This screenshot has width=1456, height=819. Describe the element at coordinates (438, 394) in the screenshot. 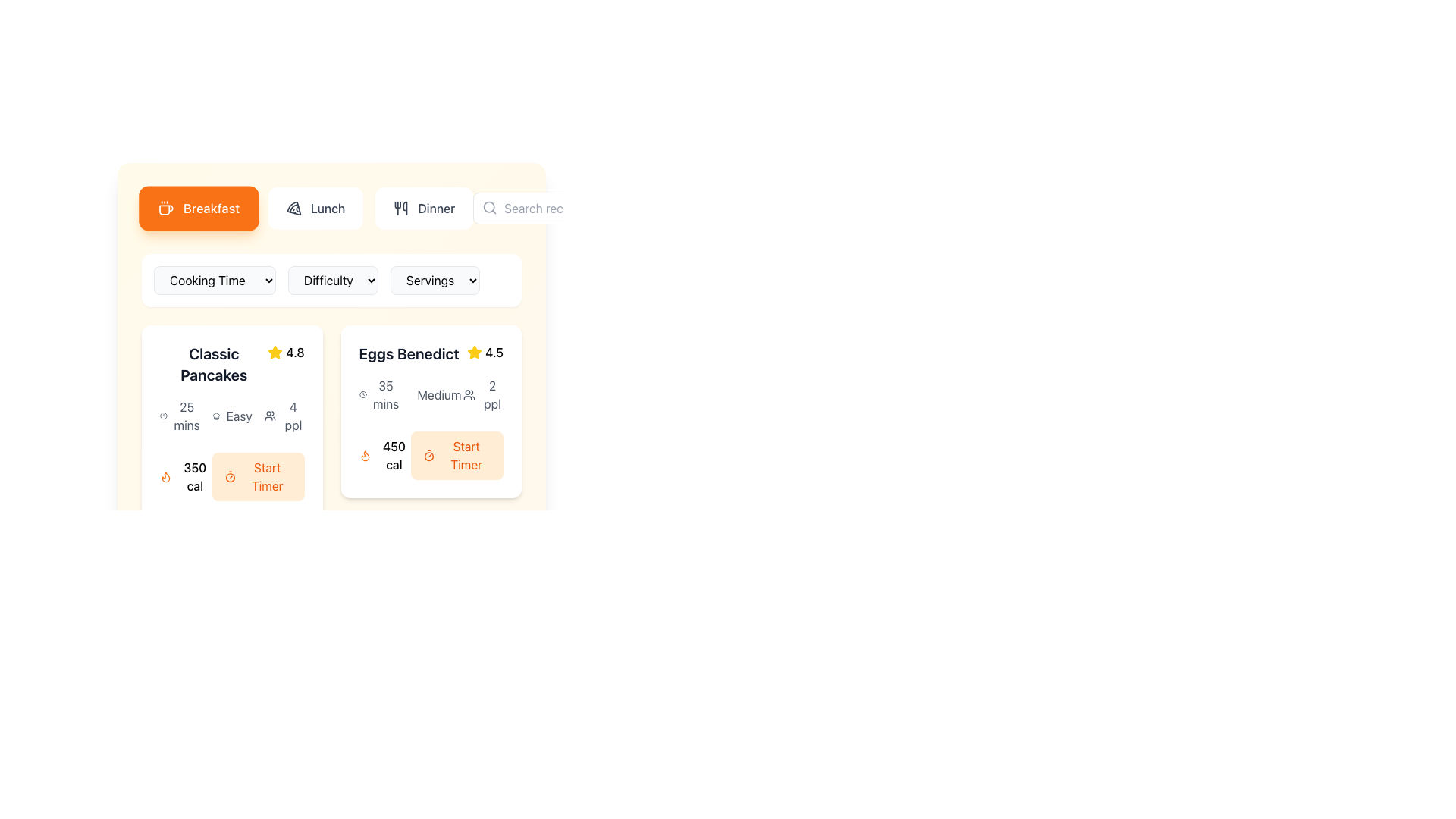

I see `the 'Medium' text label styled in gray, located at the bottom of the 'Eggs Benedict' recipe card, positioned under the preparation time and above the servings information` at that location.